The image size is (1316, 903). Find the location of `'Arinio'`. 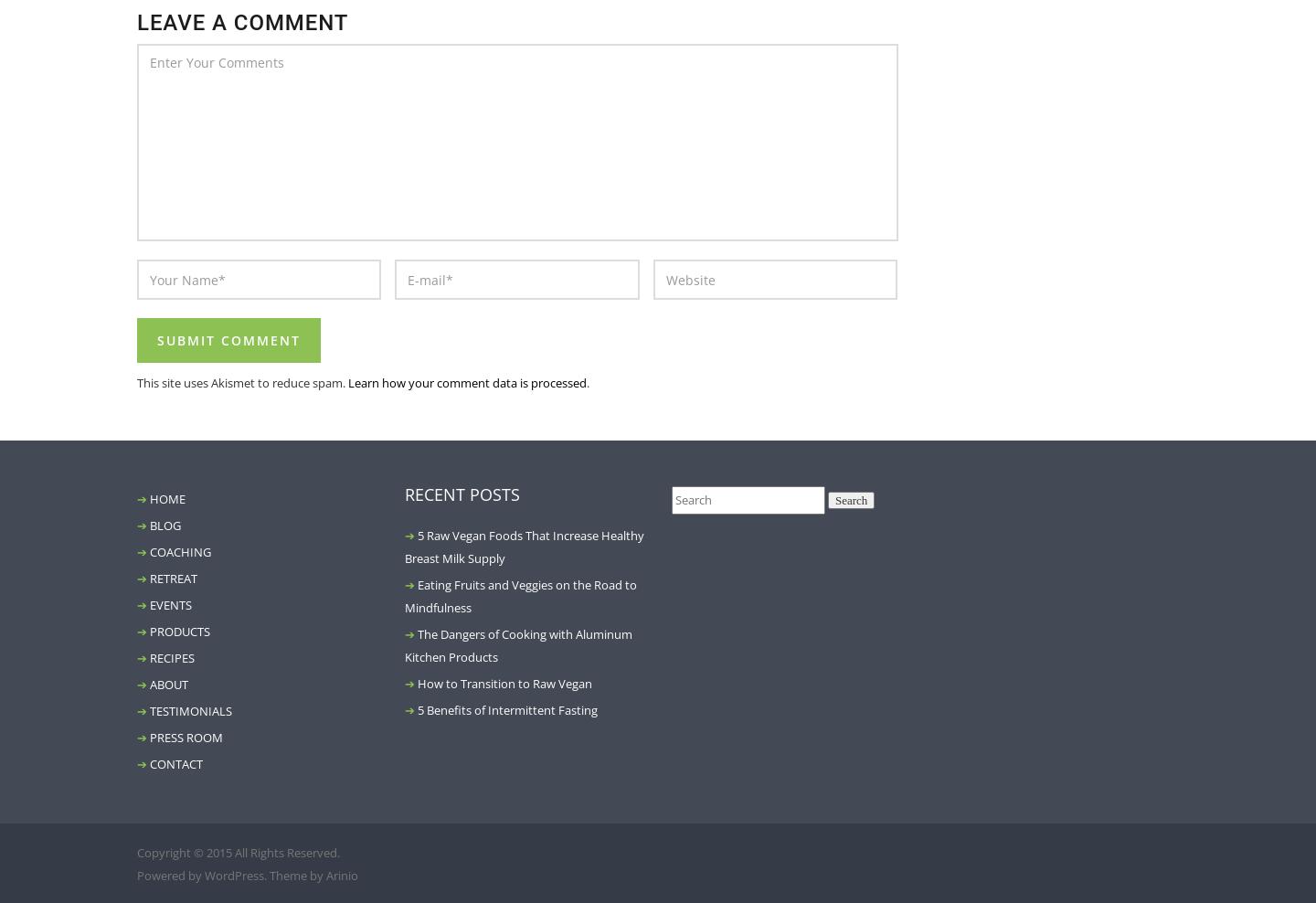

'Arinio' is located at coordinates (341, 875).